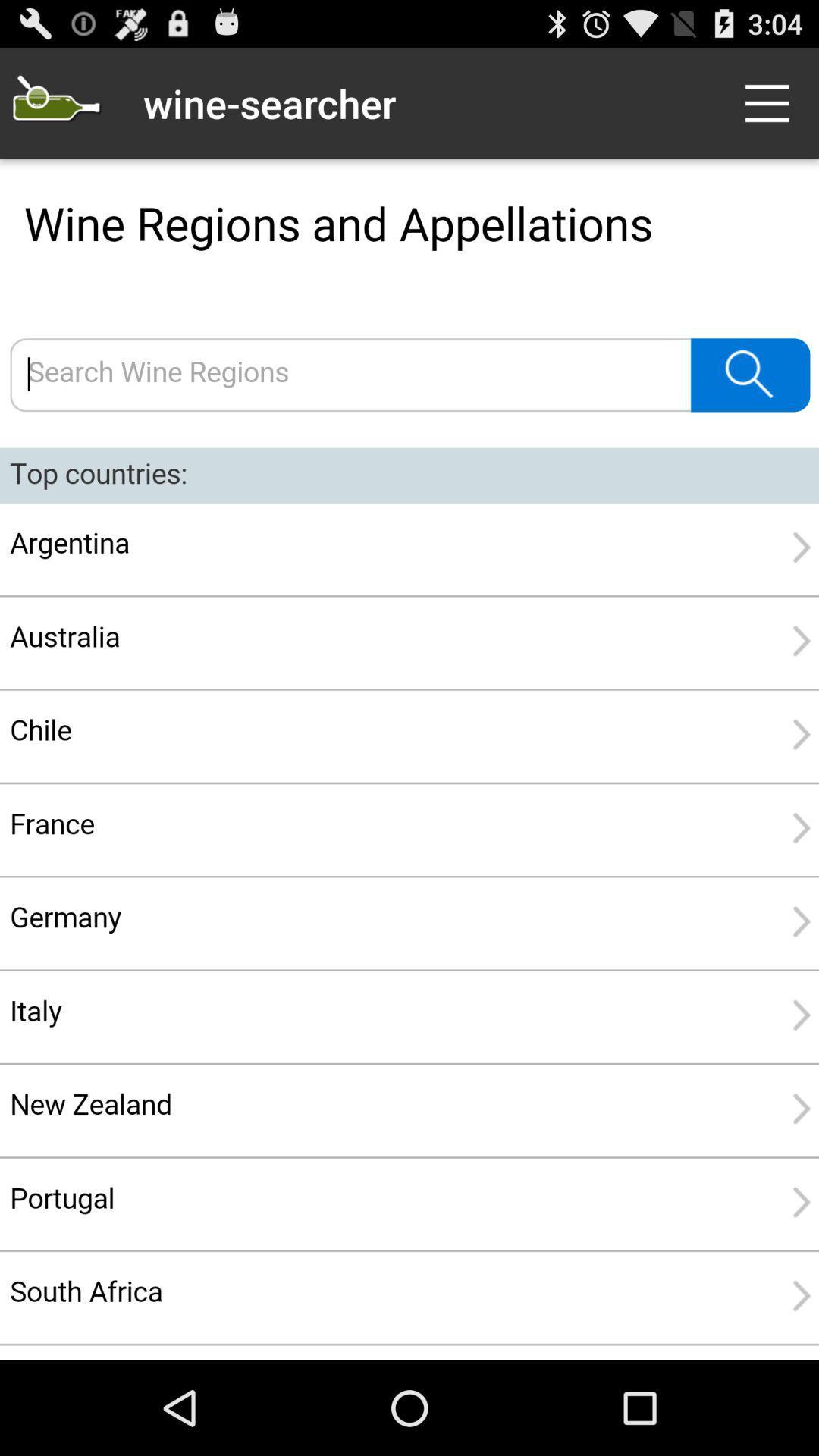 The height and width of the screenshot is (1456, 819). I want to click on search wine regions, so click(409, 760).